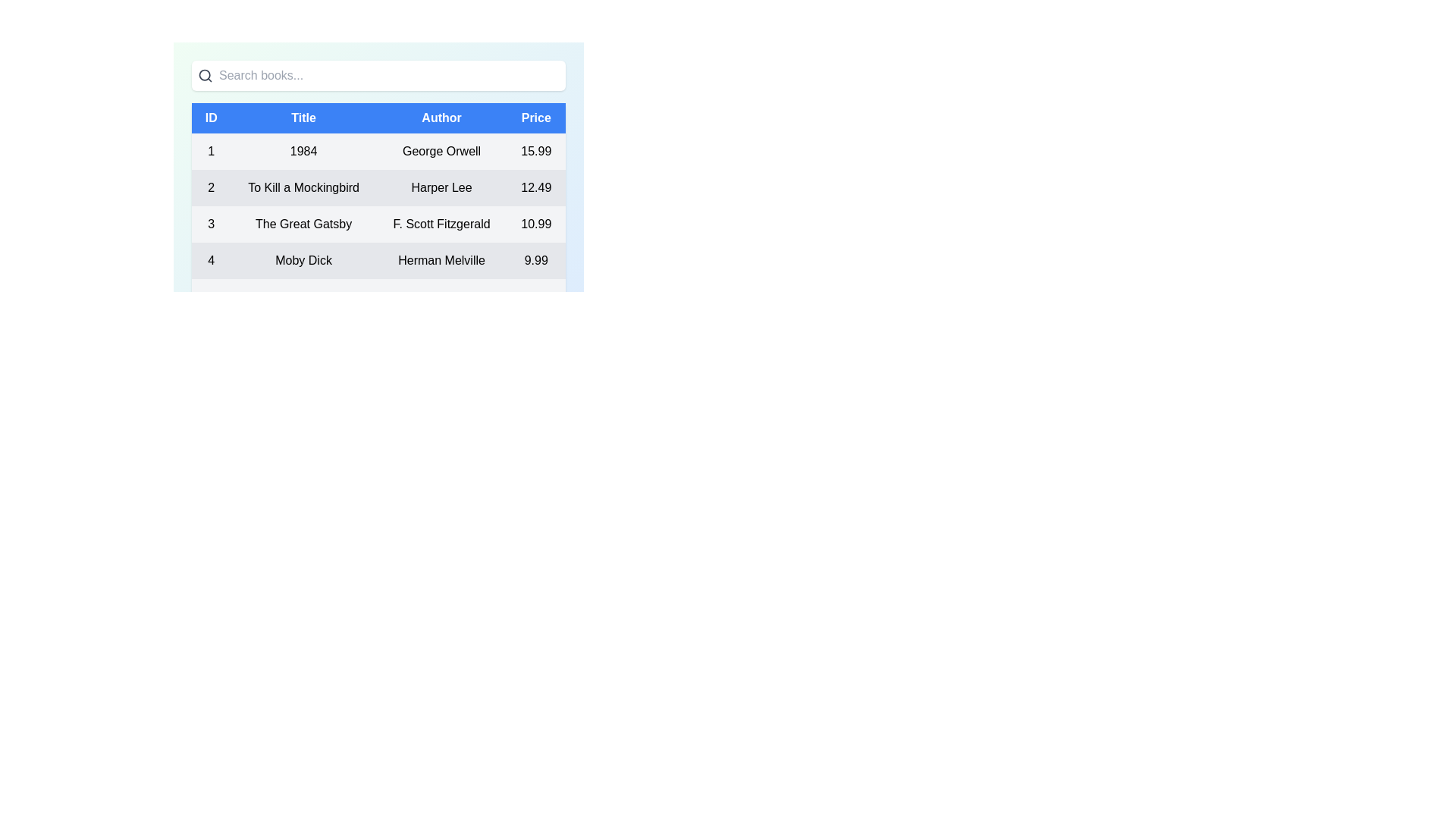  I want to click on the second row in the table containing the title 'To Kill a Mockingbird', so click(378, 187).